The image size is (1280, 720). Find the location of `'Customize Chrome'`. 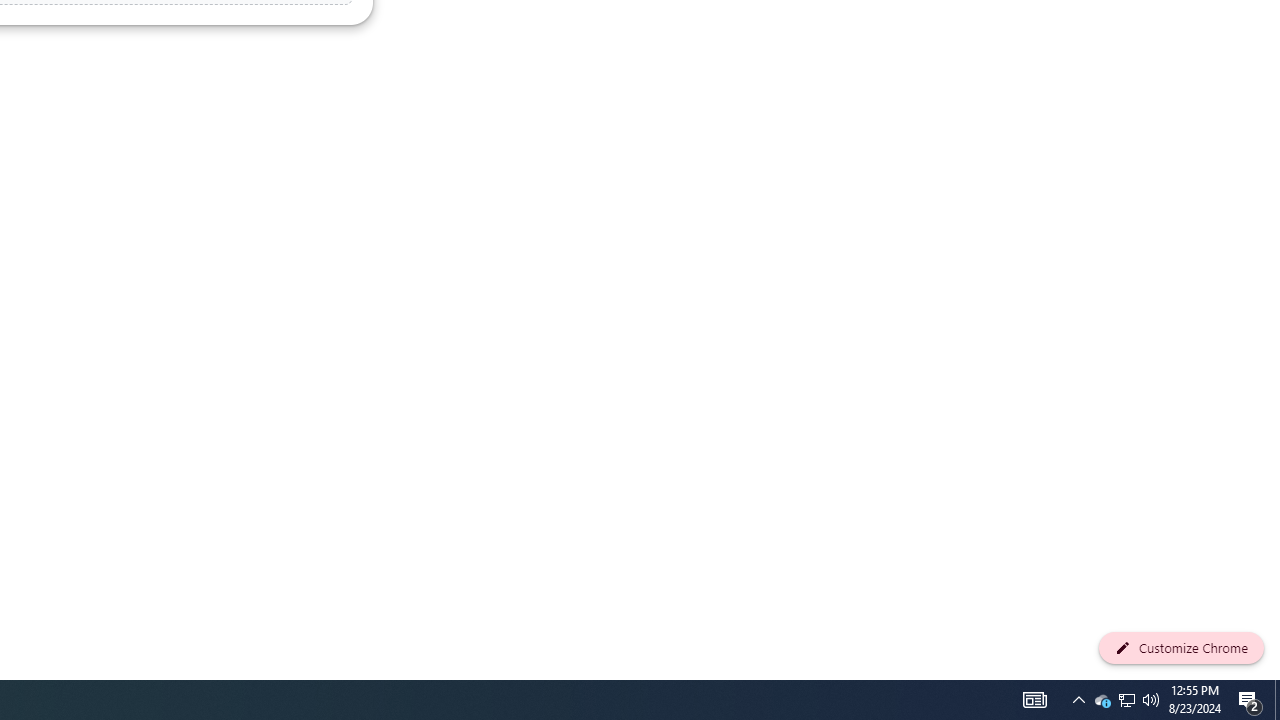

'Customize Chrome' is located at coordinates (1181, 648).